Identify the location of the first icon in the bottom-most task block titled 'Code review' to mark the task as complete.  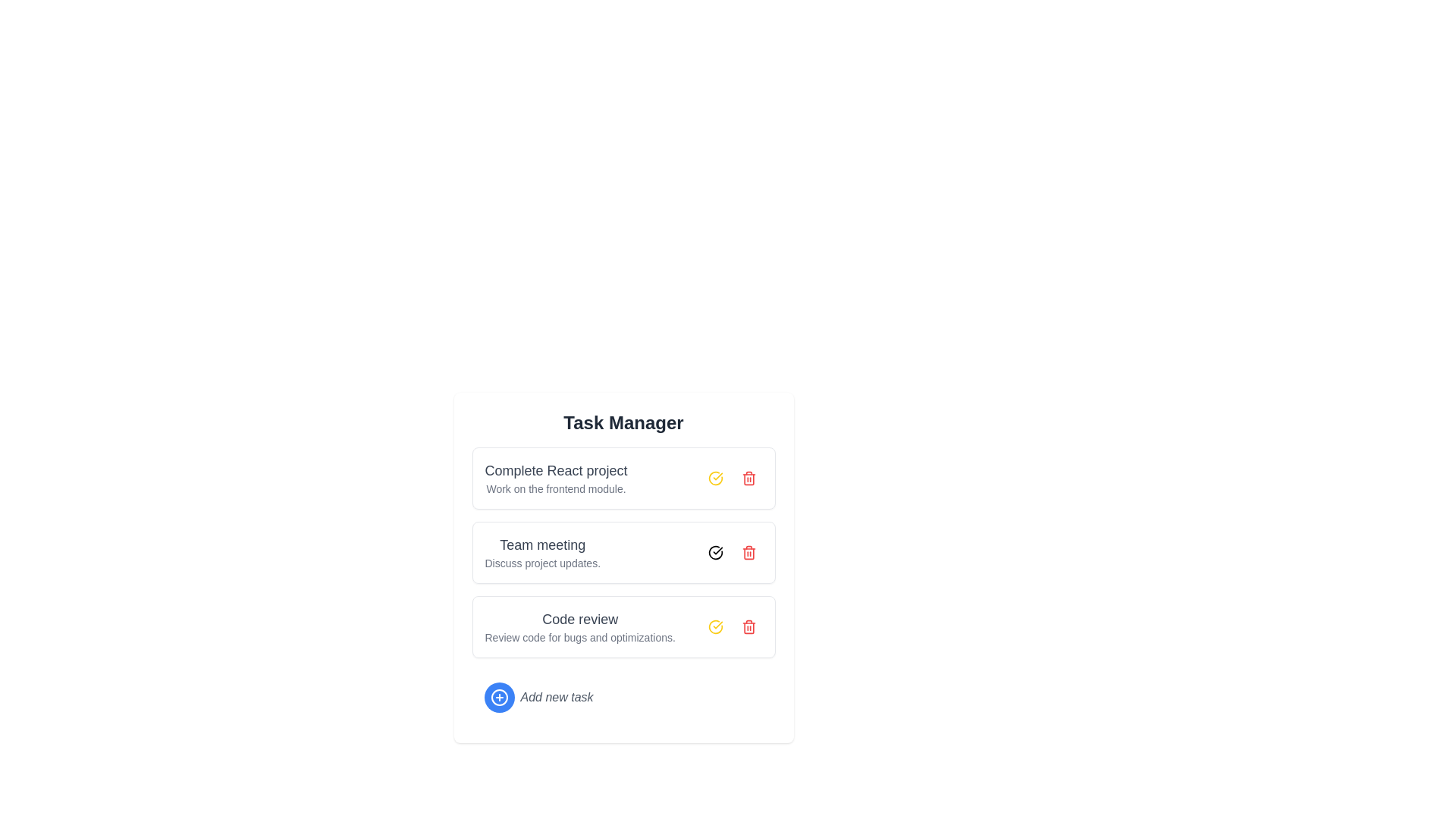
(714, 626).